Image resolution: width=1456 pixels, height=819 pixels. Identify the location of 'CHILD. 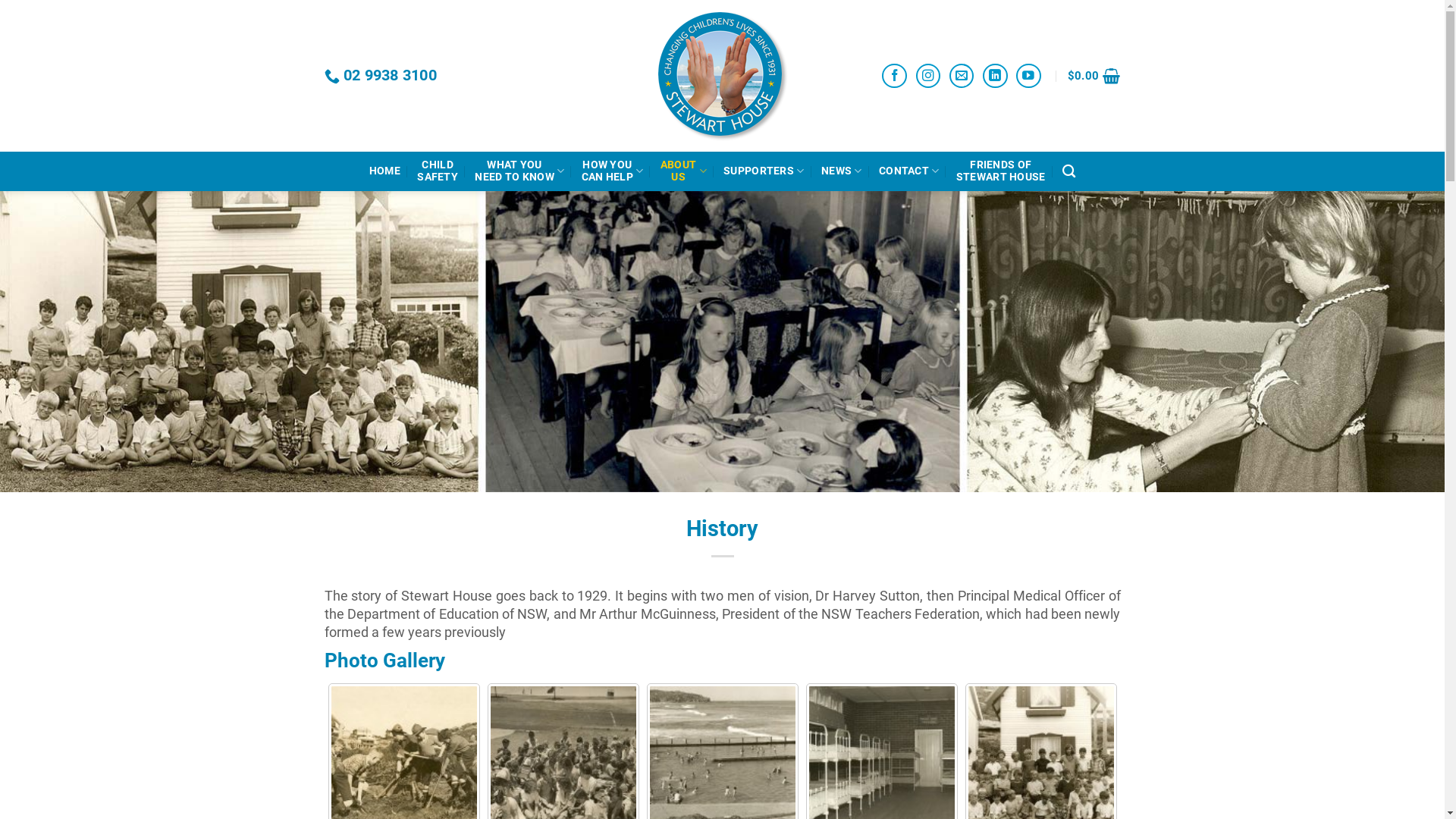
(436, 171).